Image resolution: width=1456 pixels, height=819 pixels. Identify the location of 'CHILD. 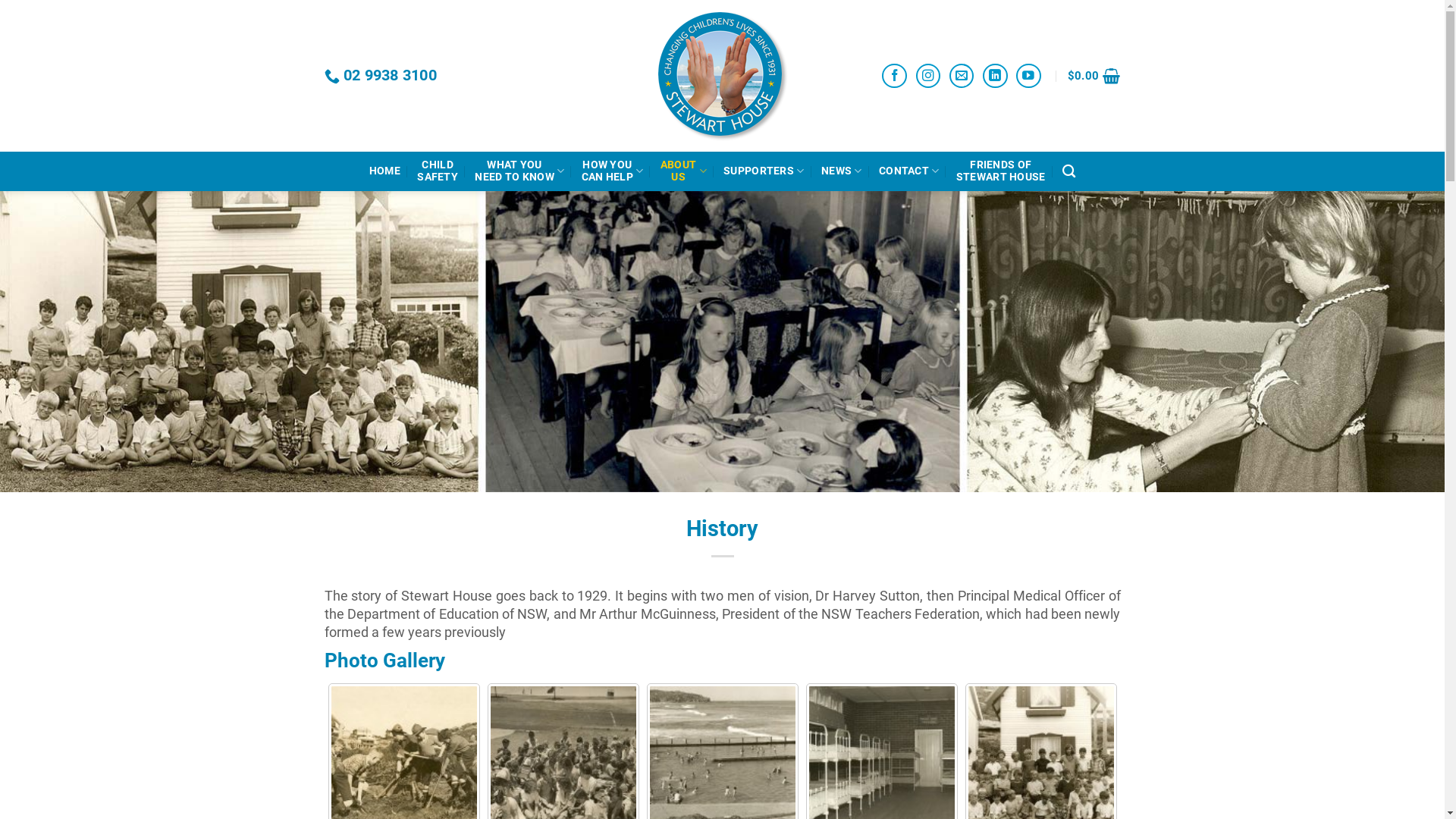
(436, 171).